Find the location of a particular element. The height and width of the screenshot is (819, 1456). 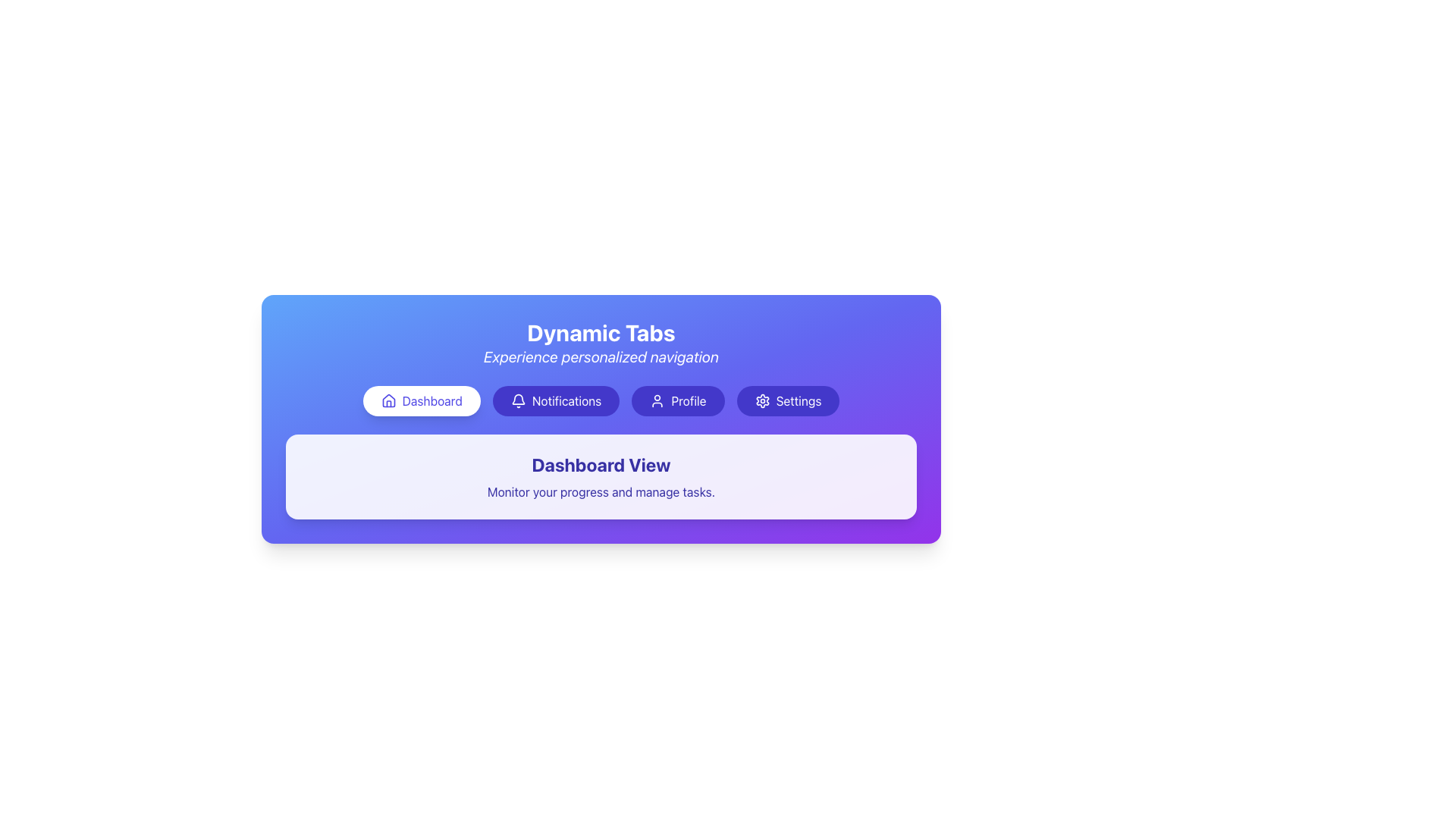

the house-shaped icon with an outline design located to the left of the 'Dashboard' text button is located at coordinates (388, 400).